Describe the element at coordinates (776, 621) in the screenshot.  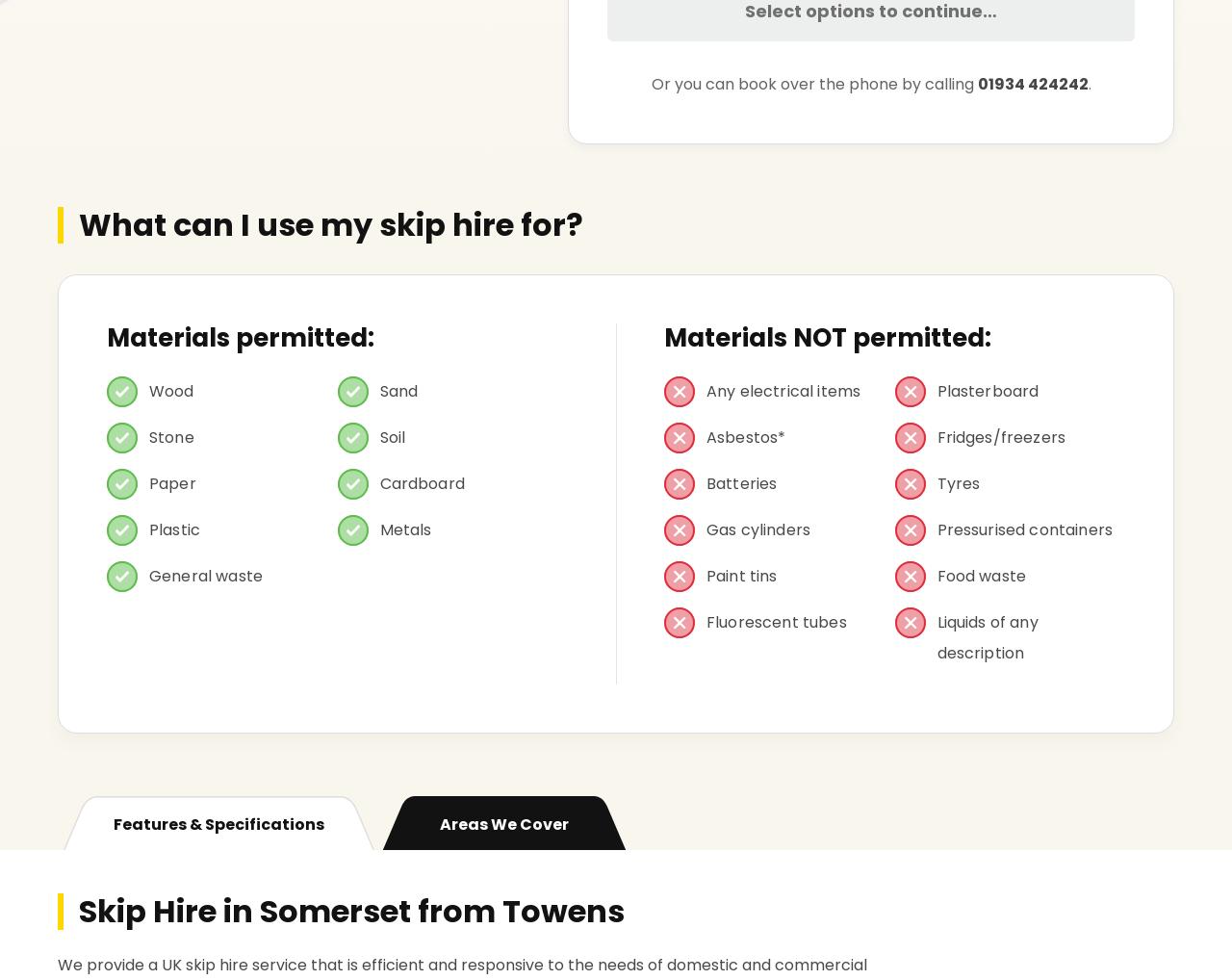
I see `'Fluorescent tubes'` at that location.